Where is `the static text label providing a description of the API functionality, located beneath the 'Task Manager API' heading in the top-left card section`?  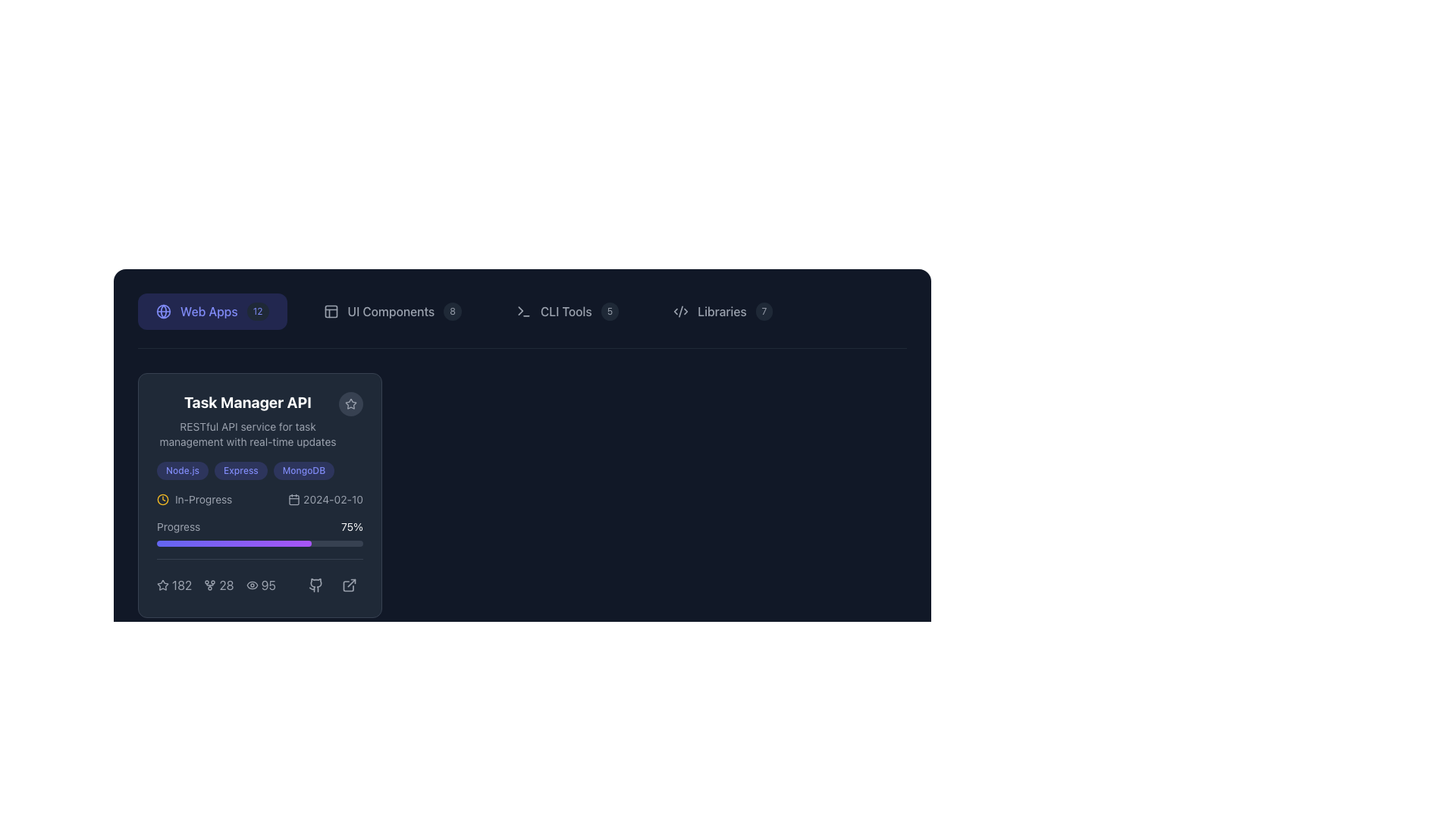 the static text label providing a description of the API functionality, located beneath the 'Task Manager API' heading in the top-left card section is located at coordinates (247, 435).